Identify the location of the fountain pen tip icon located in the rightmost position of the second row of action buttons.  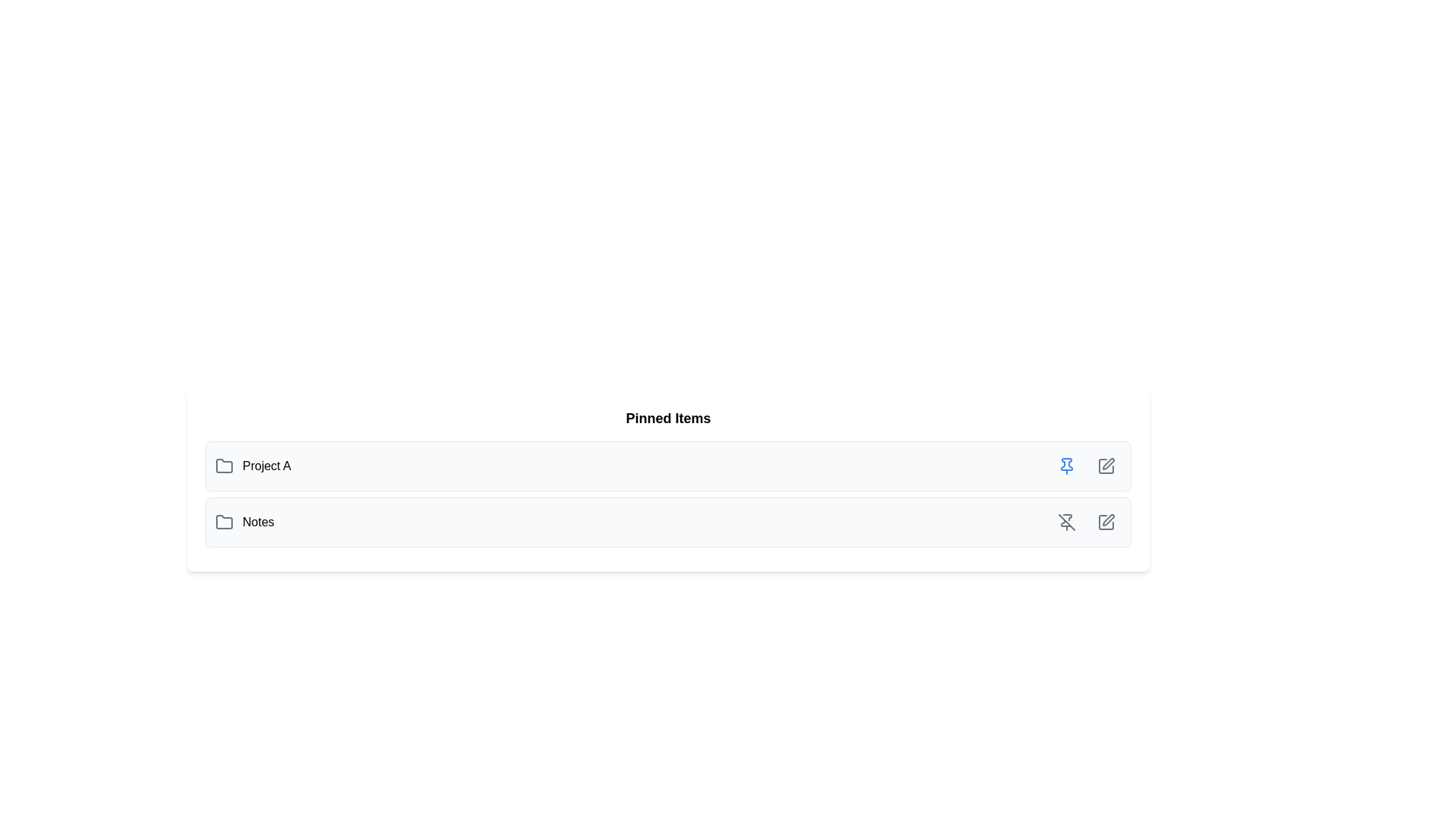
(1109, 519).